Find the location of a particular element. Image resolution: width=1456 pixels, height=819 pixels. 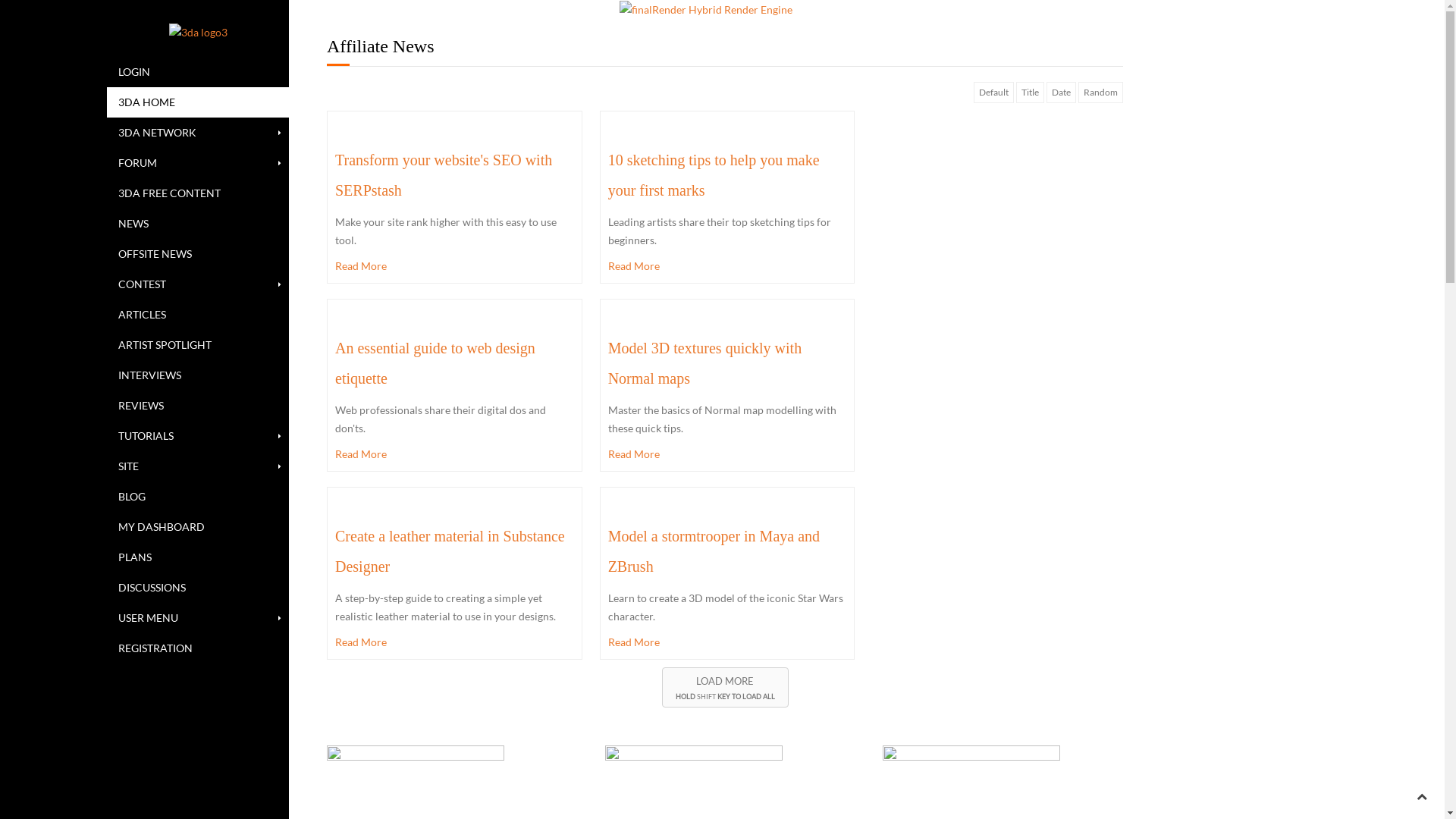

'DISCUSSIONS' is located at coordinates (105, 587).